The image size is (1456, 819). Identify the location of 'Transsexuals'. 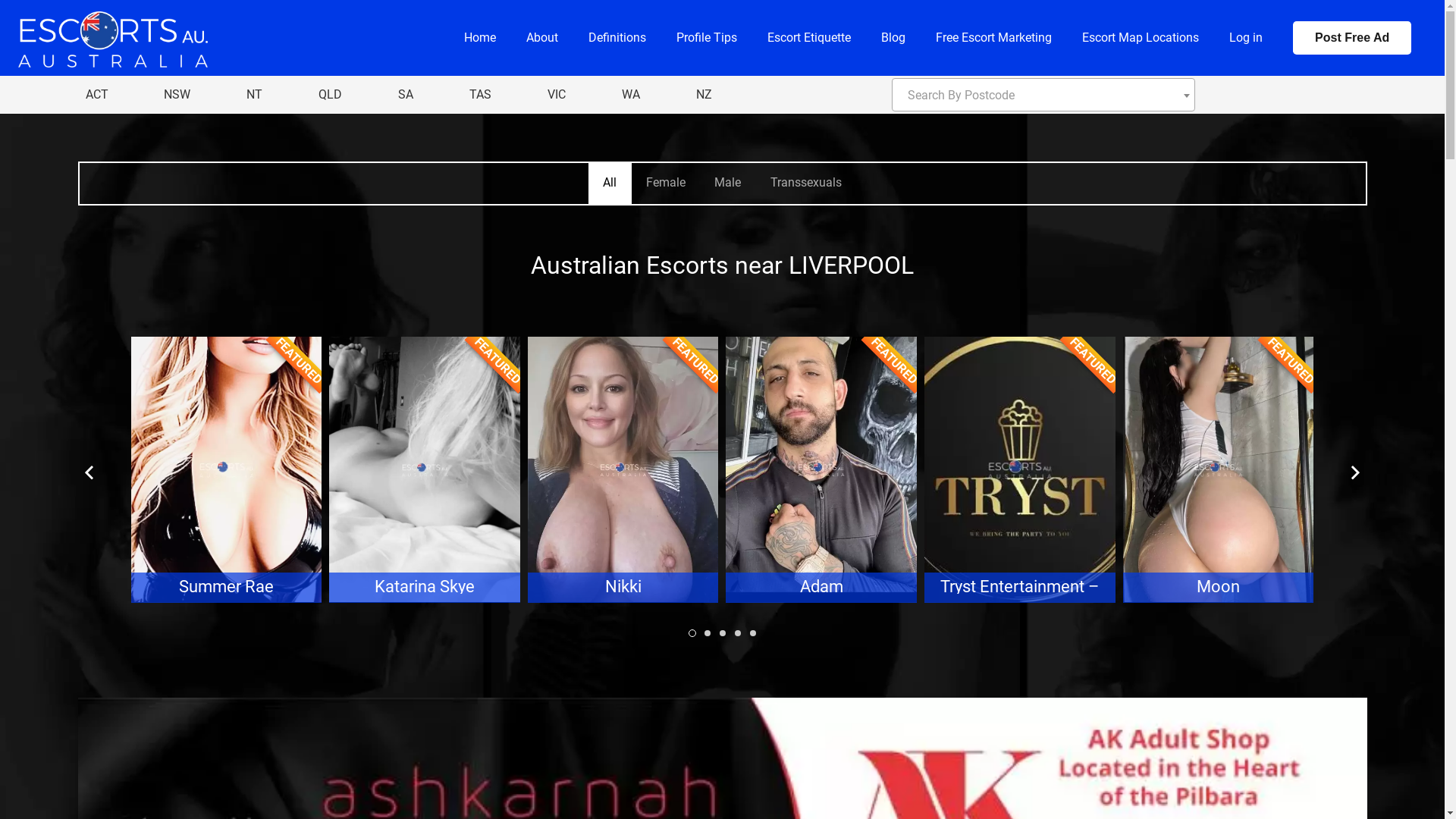
(804, 183).